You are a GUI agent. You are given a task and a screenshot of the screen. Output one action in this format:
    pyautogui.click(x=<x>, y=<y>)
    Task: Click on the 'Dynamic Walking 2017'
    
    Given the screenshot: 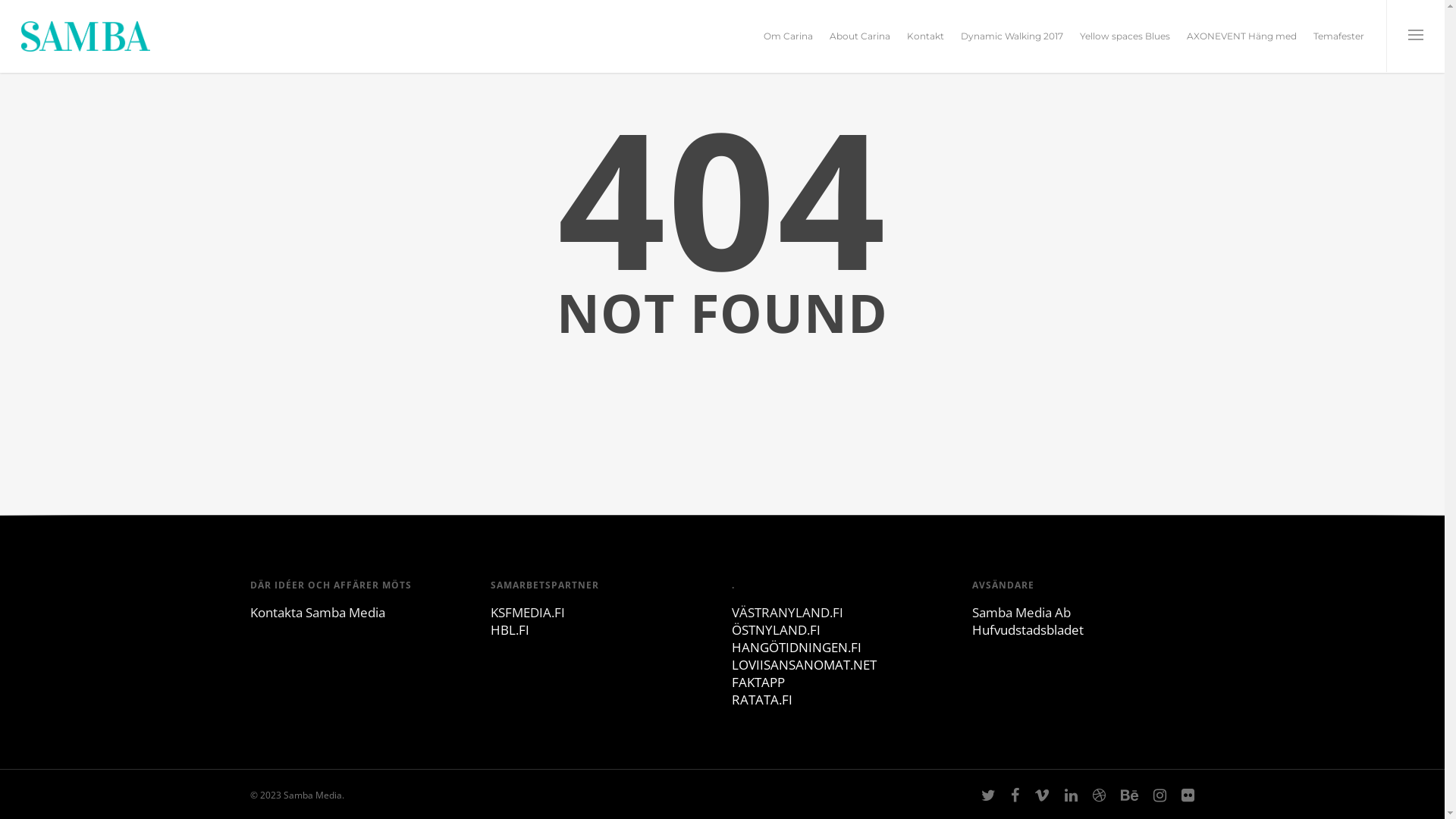 What is the action you would take?
    pyautogui.click(x=1012, y=45)
    